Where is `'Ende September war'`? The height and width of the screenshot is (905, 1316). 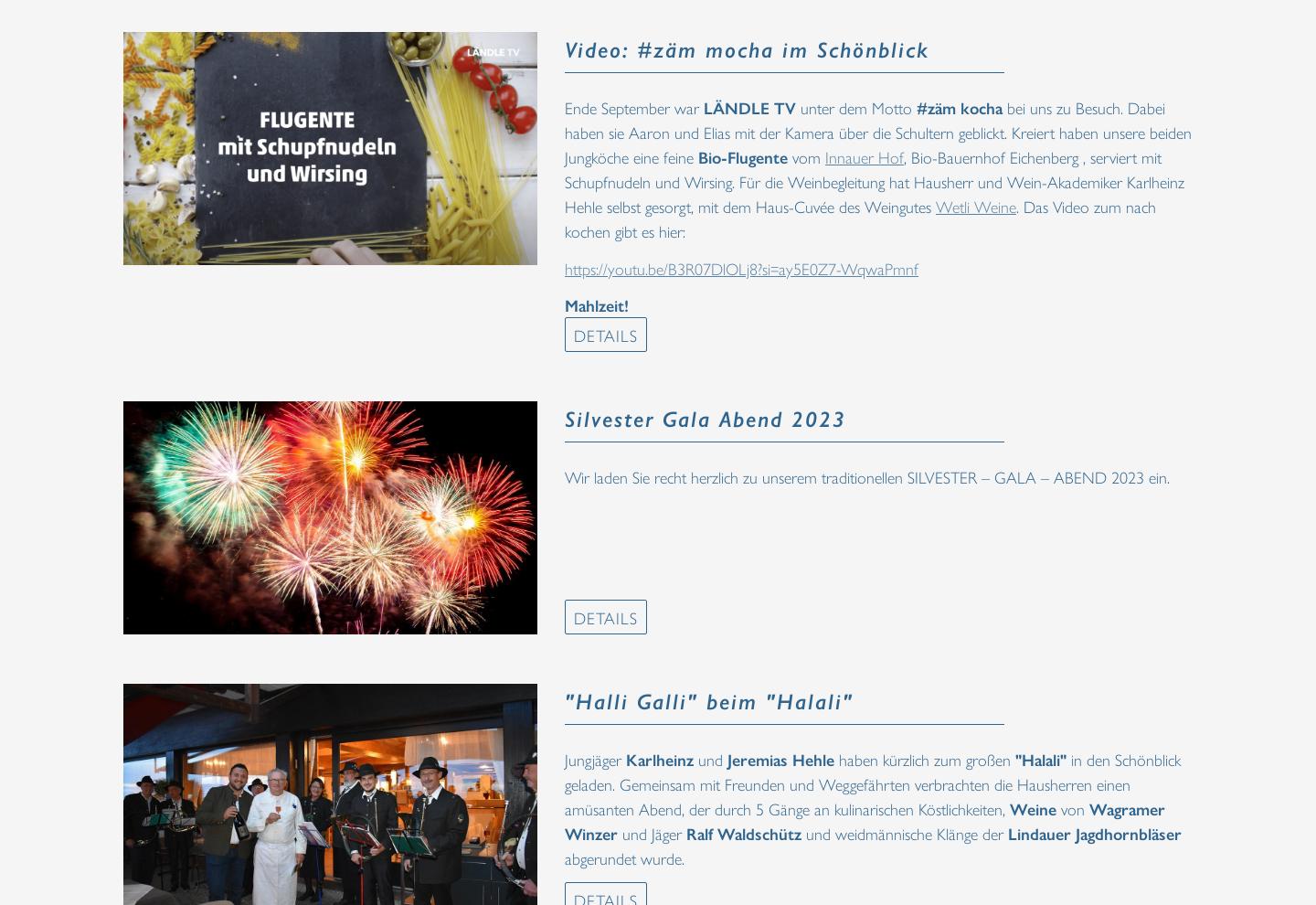 'Ende September war' is located at coordinates (633, 106).